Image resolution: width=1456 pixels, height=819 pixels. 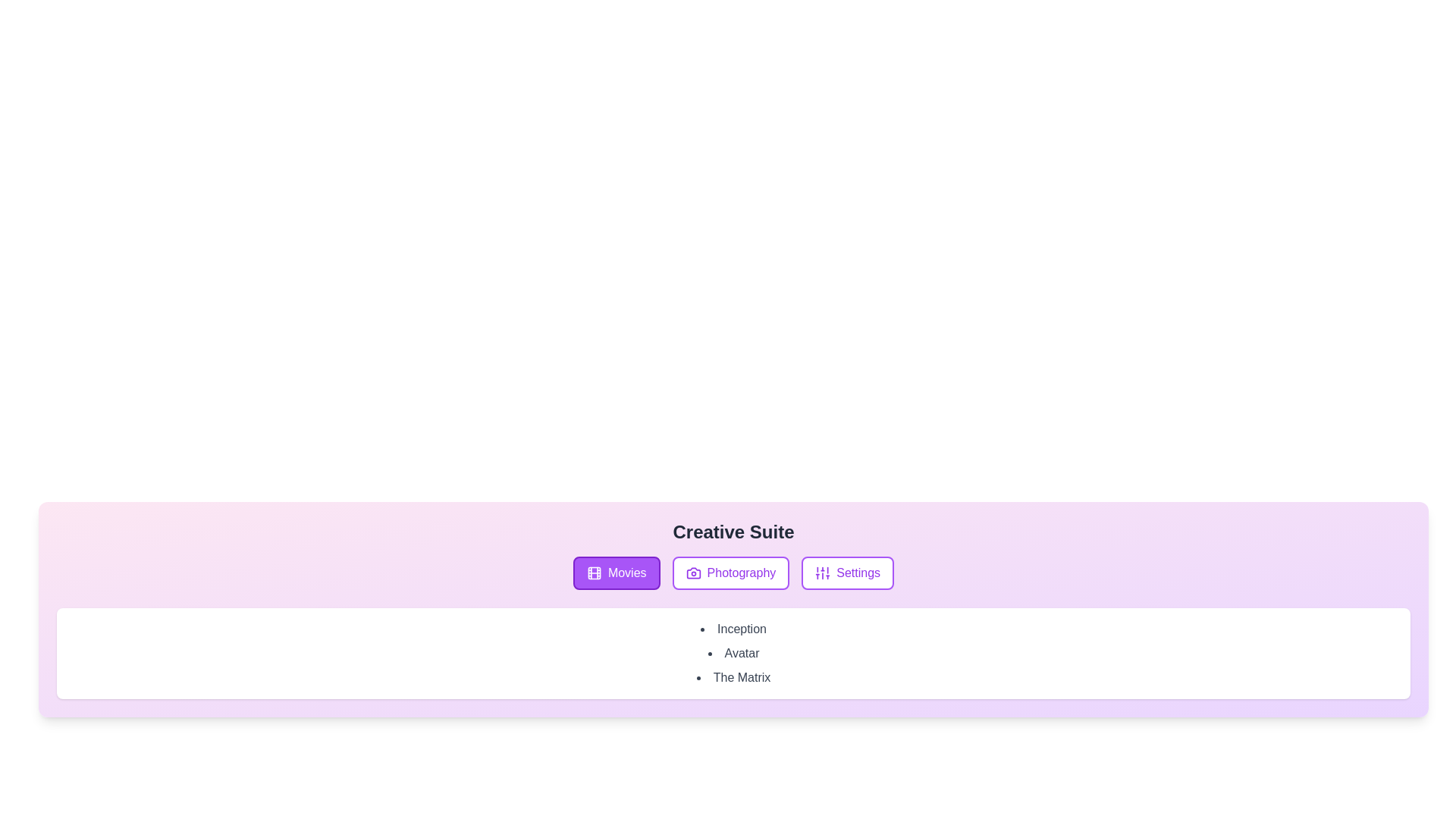 I want to click on the camera icon within the 'Photography' button, so click(x=692, y=573).